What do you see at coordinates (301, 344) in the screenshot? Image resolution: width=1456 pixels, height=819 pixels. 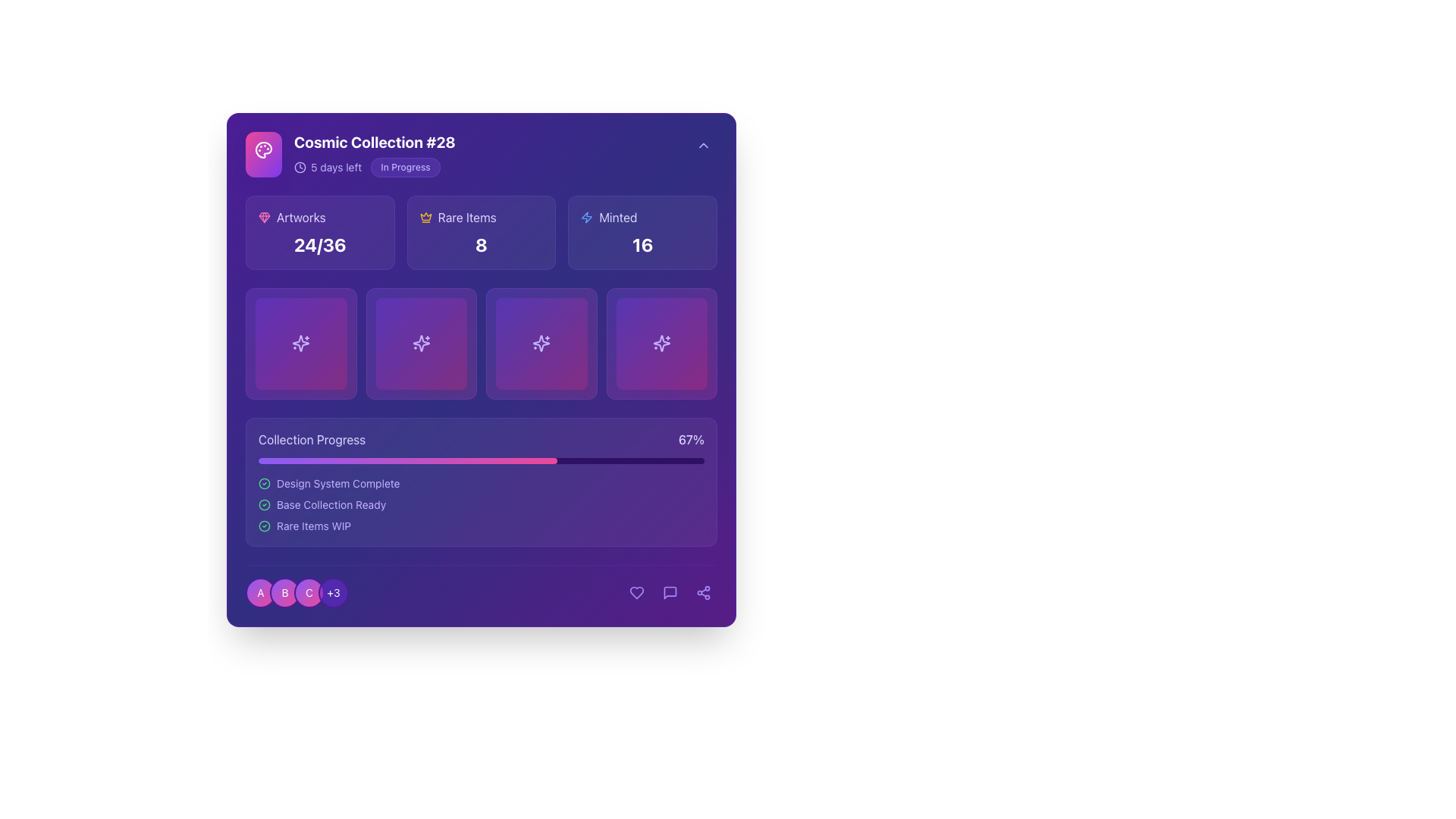 I see `the interactive decorative tile located in the first column and first row of the grid below the 'Artworks', 'Rare Items', and 'Minted' statistics section` at bounding box center [301, 344].